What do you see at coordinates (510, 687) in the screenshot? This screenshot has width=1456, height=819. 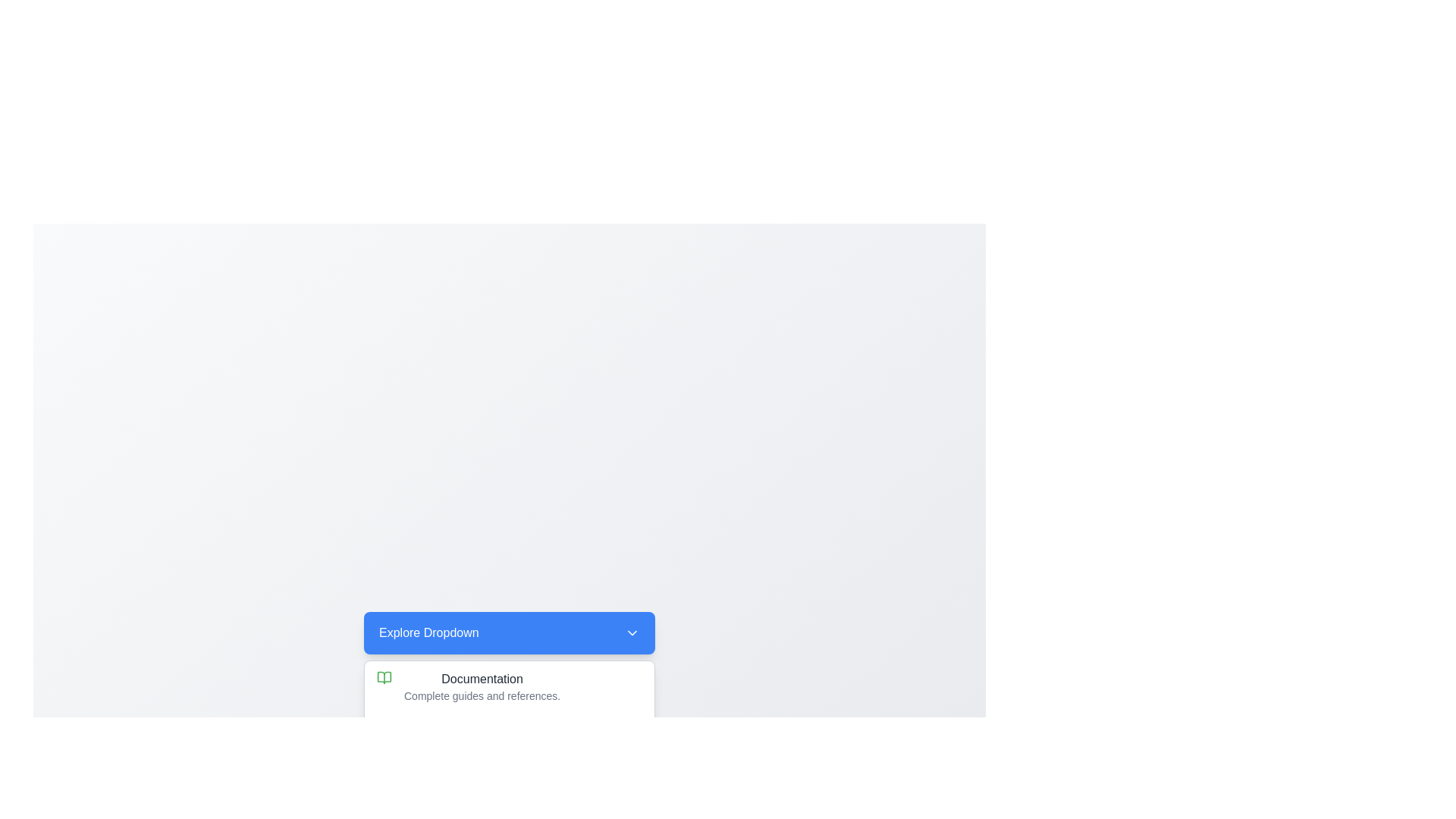 I see `the first list item labeled 'Documentation', which features a green book-like icon and two lines of text` at bounding box center [510, 687].